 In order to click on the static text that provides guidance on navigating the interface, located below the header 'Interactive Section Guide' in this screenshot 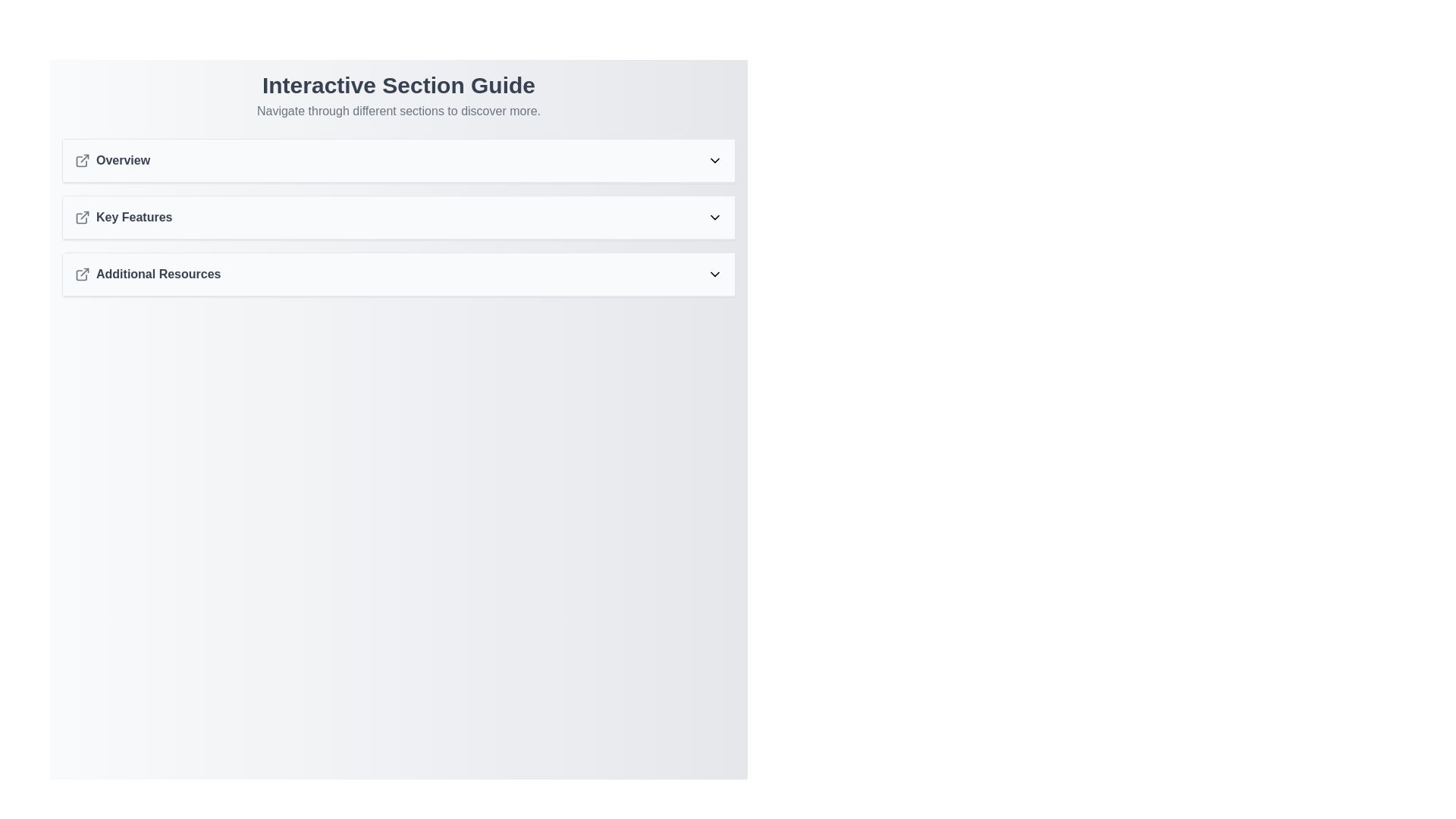, I will do `click(399, 110)`.